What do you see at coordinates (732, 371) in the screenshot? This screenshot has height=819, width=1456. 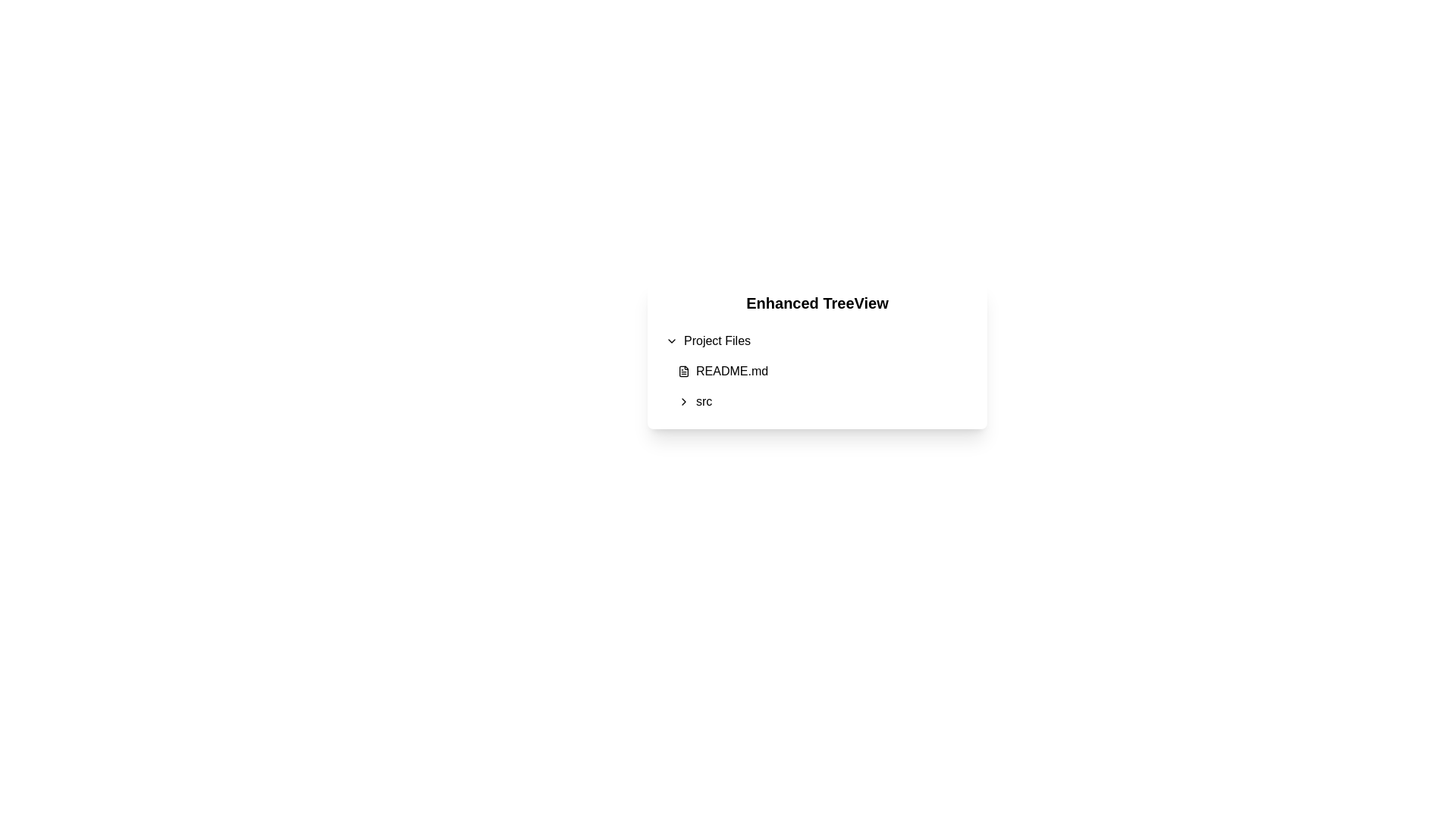 I see `the text label displaying 'README.md', which is aligned horizontally and located in the second position within the file entries in the file browser interface` at bounding box center [732, 371].